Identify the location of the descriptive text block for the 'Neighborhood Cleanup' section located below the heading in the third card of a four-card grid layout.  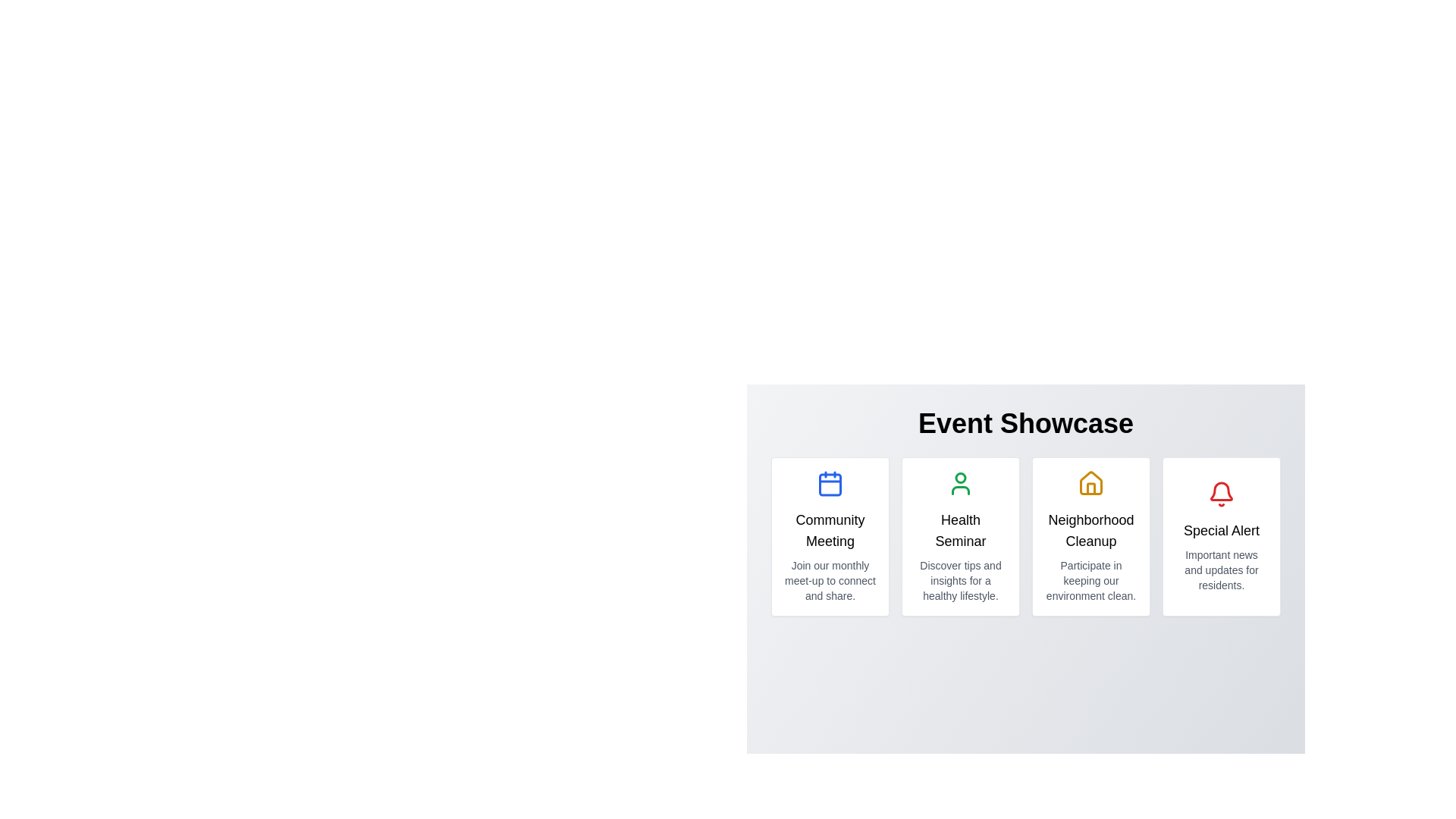
(1090, 580).